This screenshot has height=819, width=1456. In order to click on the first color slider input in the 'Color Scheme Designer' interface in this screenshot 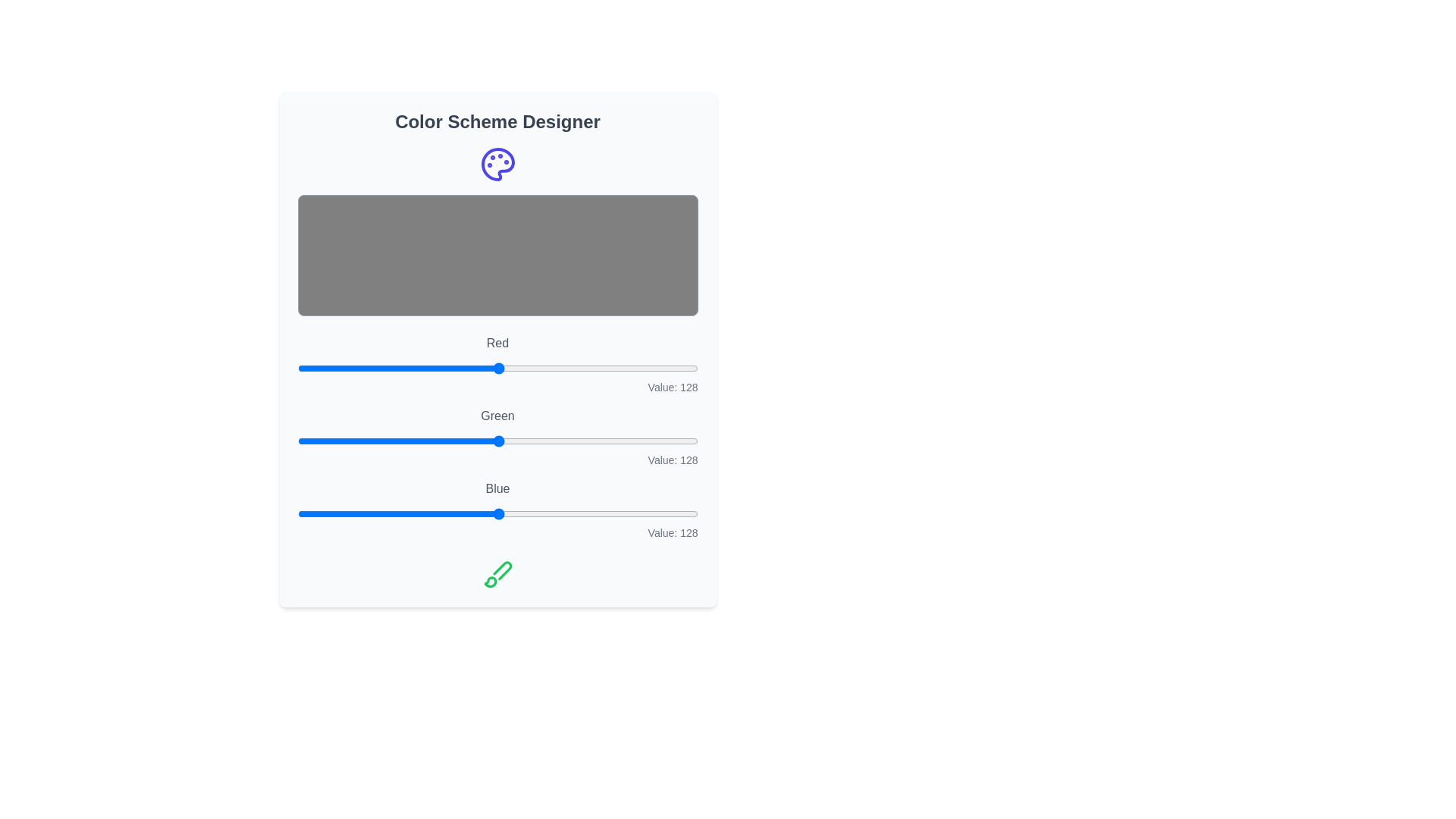, I will do `click(497, 365)`.